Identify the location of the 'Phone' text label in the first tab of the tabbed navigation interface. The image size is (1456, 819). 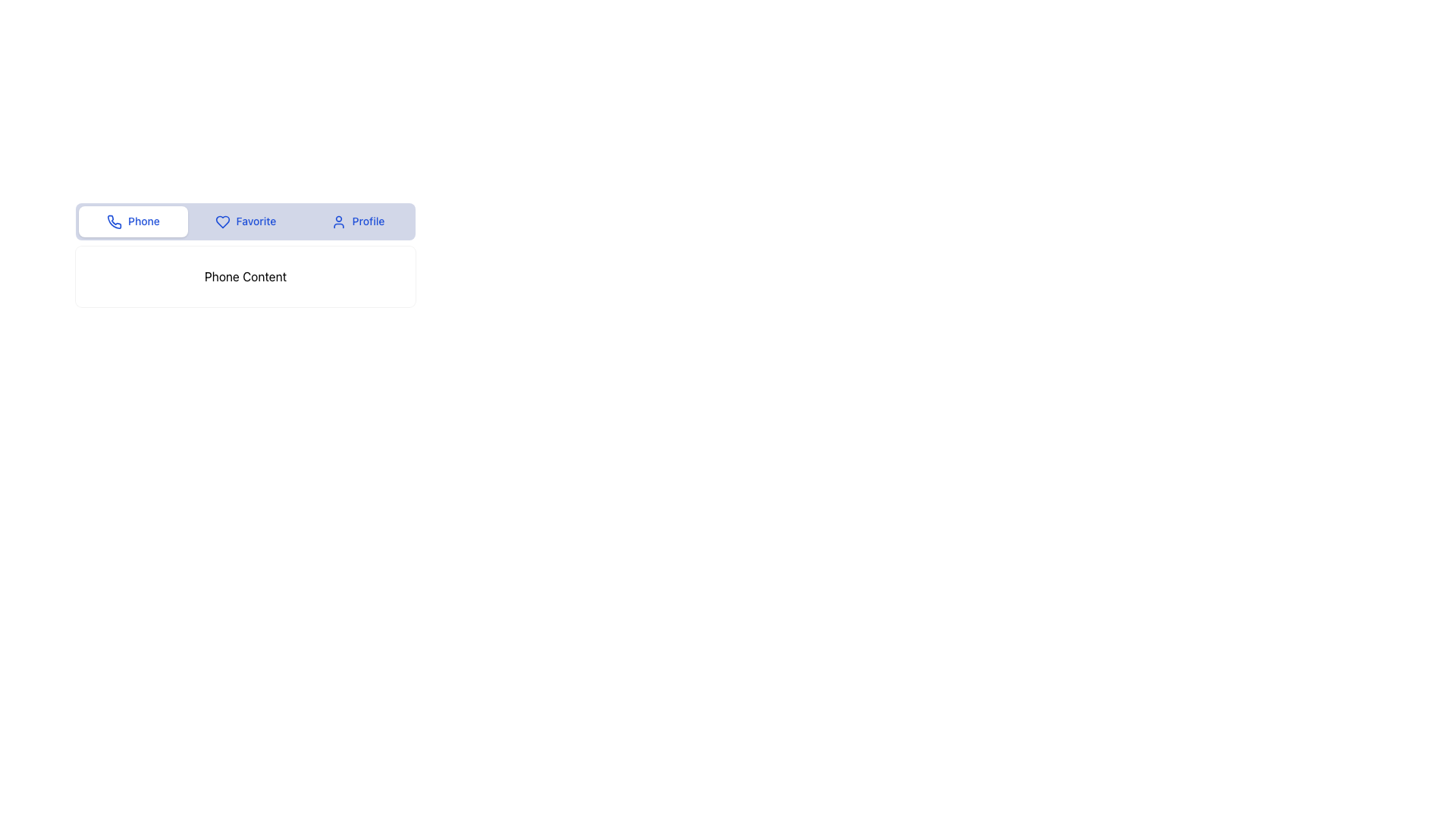
(141, 221).